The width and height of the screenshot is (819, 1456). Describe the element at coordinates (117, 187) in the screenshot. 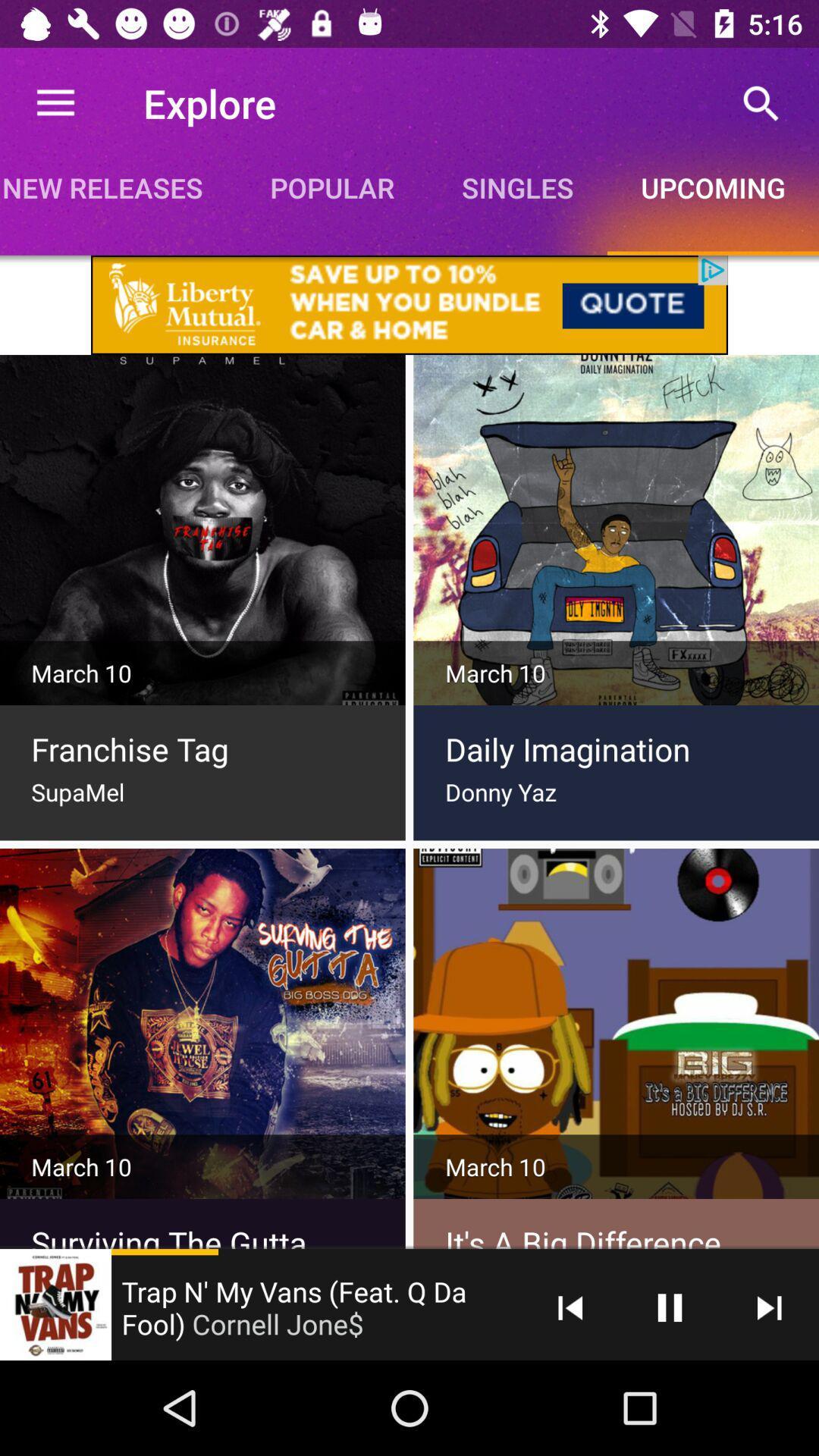

I see `new releases app` at that location.